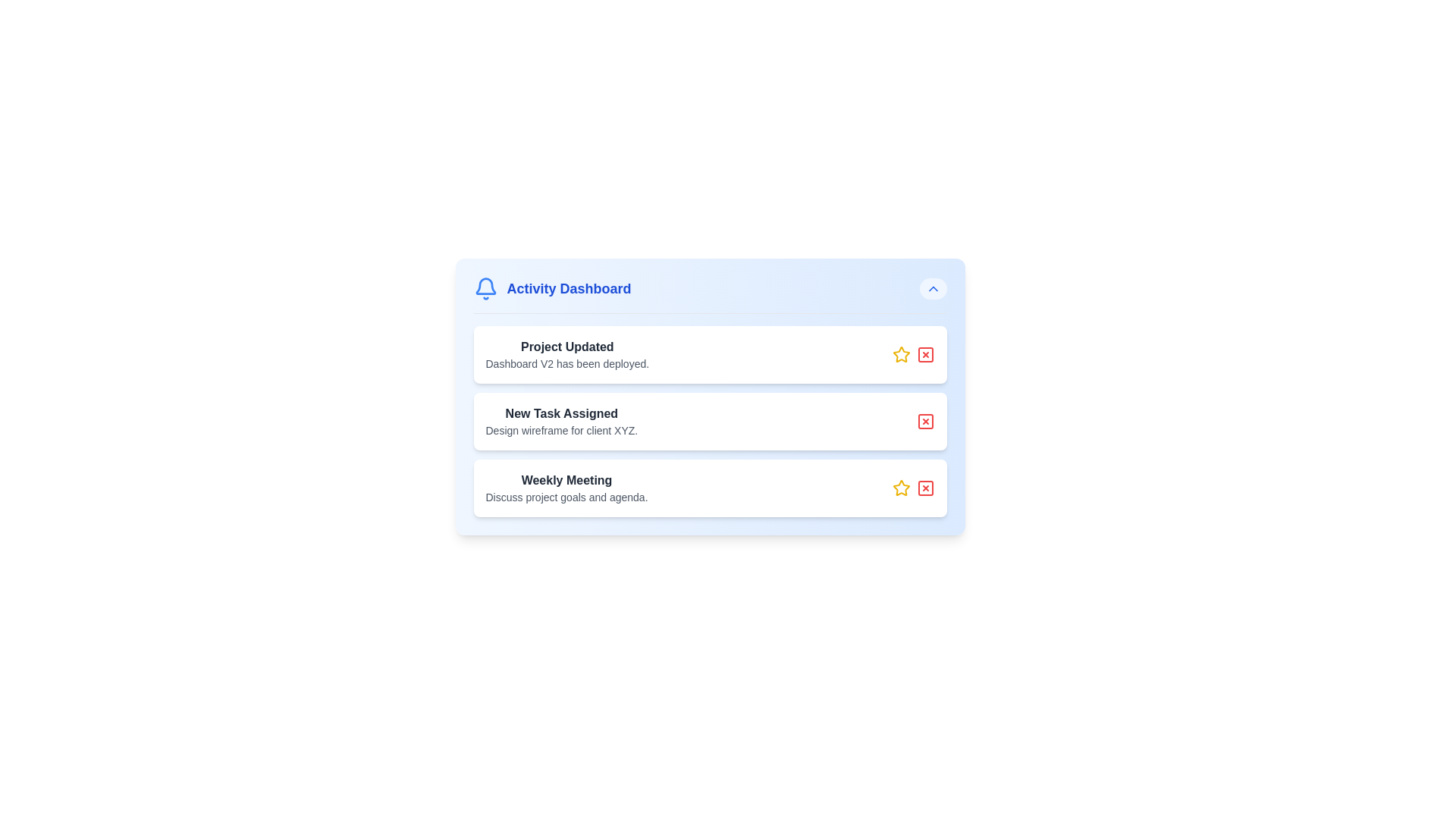 The height and width of the screenshot is (819, 1456). I want to click on the static text label at the top of the third card in the 'Activity Dashboard' that describes the content of the card, so click(566, 480).